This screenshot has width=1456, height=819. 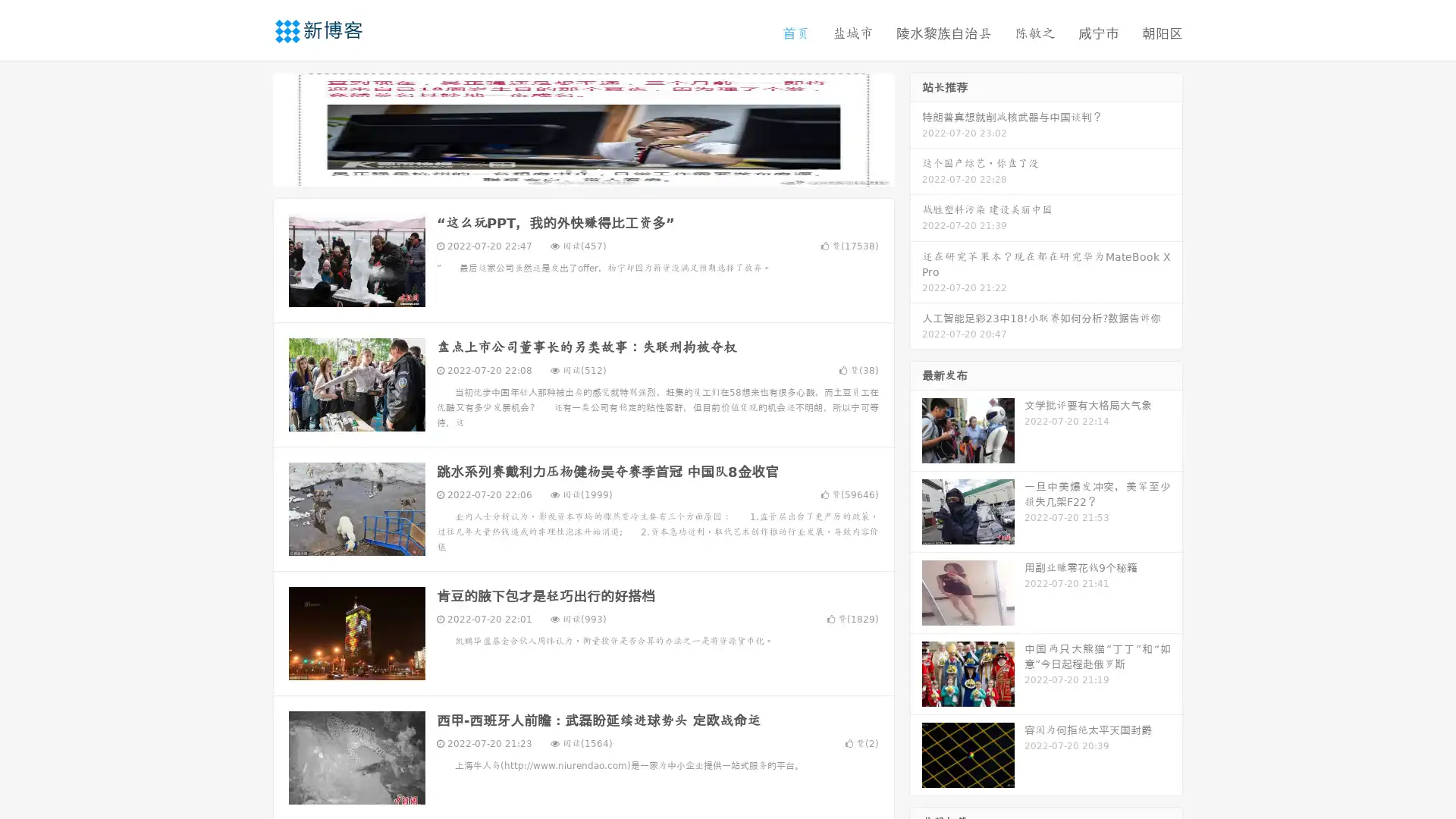 I want to click on Go to slide 1, so click(x=567, y=171).